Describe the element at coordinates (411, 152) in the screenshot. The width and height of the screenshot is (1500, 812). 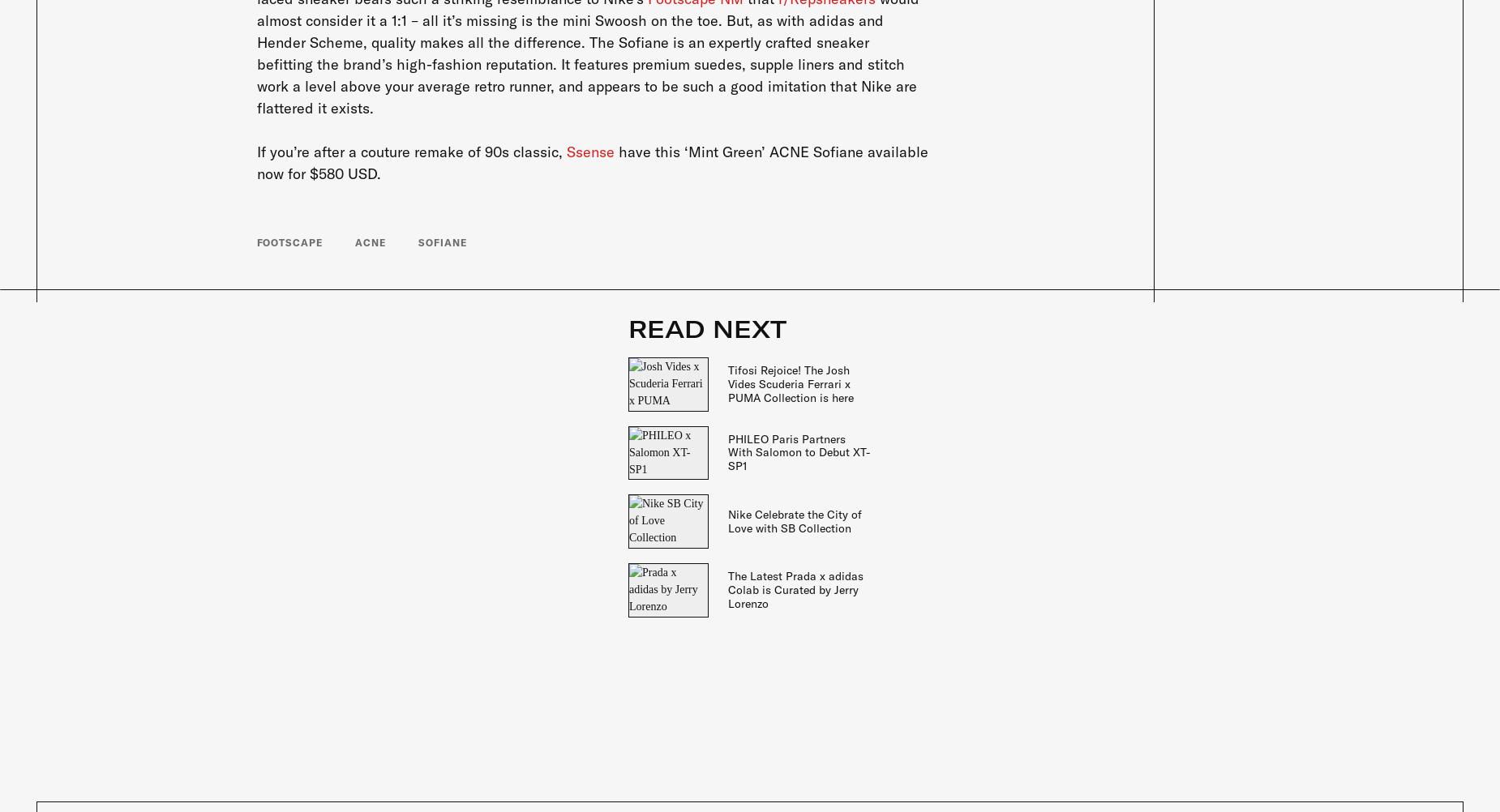
I see `'If you’re after a couture remake of 90s classic,'` at that location.